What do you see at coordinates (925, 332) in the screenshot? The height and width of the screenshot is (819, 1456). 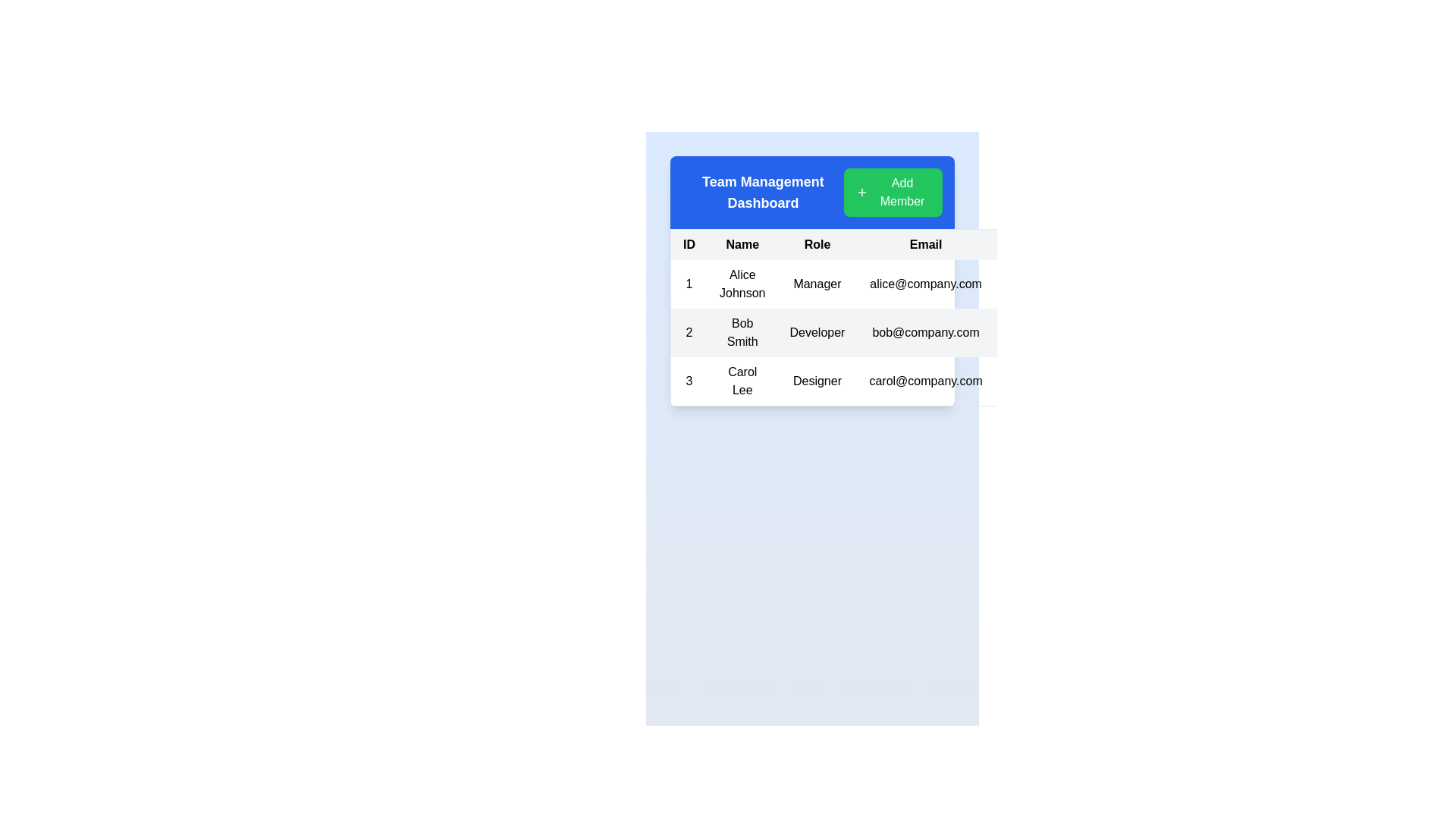 I see `the static text displaying the email address located in the 'Email' column of the second row of the table, which corresponds with the row of Bob Smith, the Developer` at bounding box center [925, 332].